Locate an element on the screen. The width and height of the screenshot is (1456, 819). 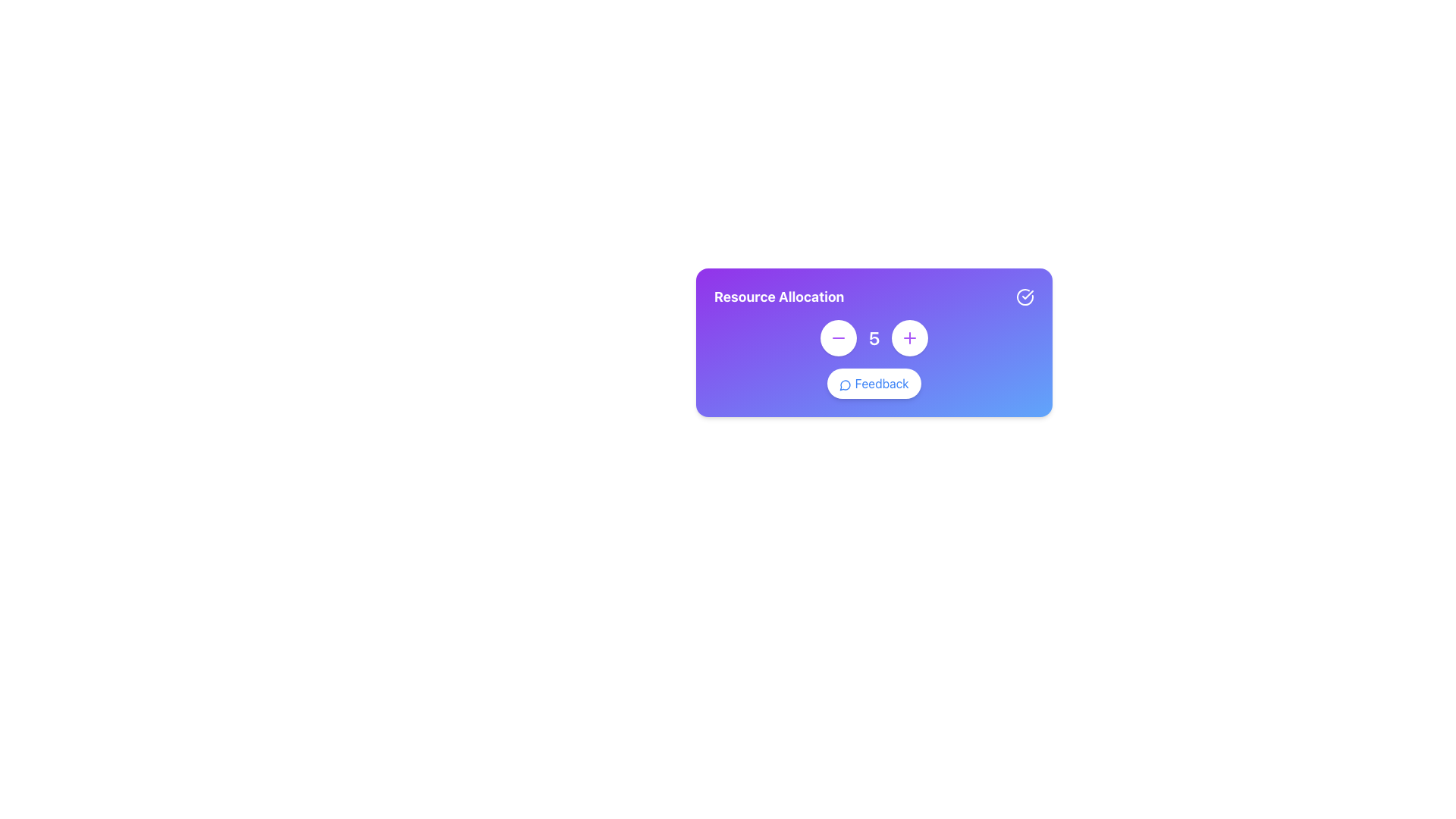
the 'Feedback' button, which is a light blue button with white text and a chat bubble icon, located at the center-bottom of the 'Resource Allocation' card is located at coordinates (874, 397).